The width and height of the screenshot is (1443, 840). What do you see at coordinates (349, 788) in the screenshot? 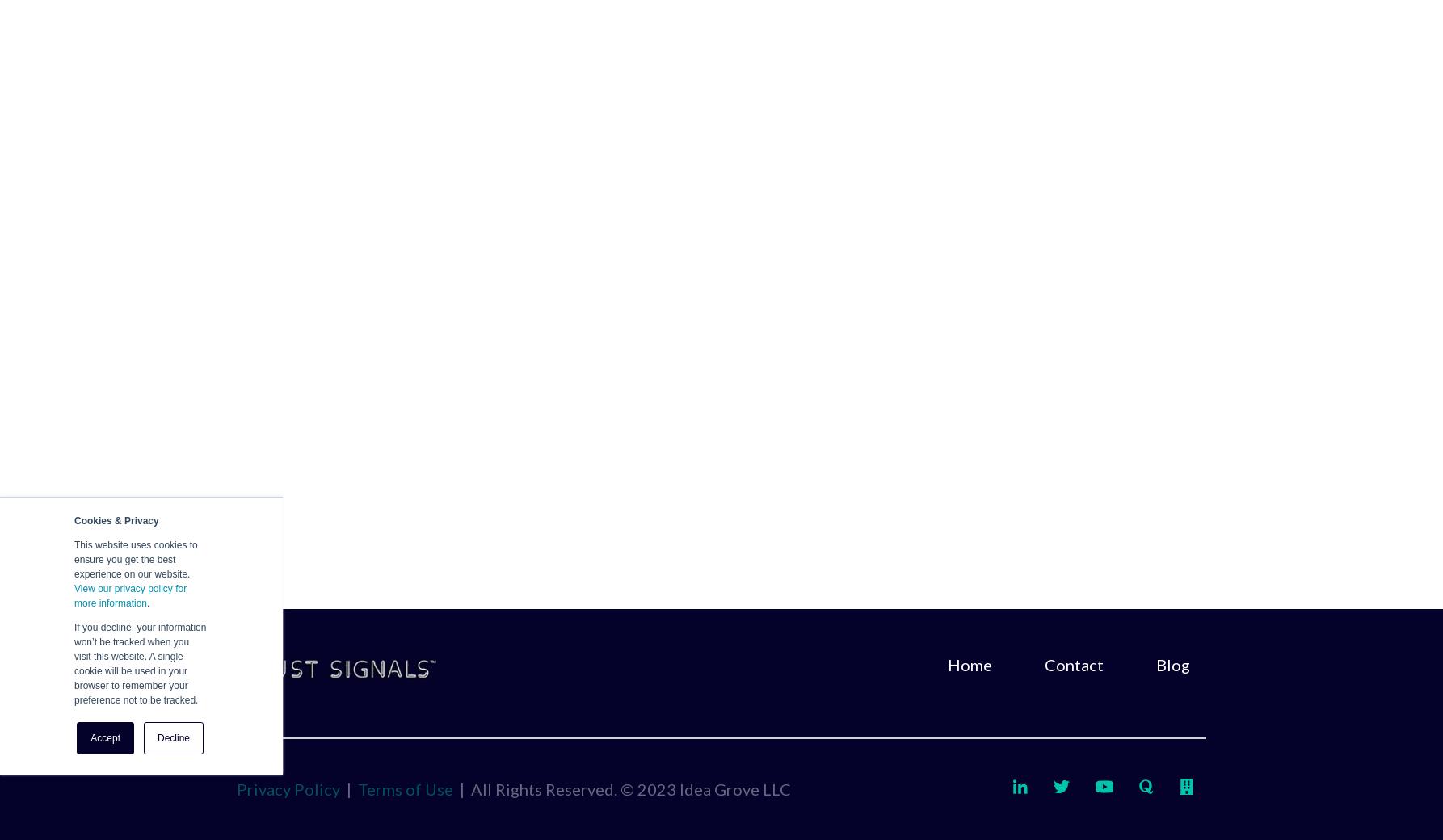
I see `'|'` at bounding box center [349, 788].